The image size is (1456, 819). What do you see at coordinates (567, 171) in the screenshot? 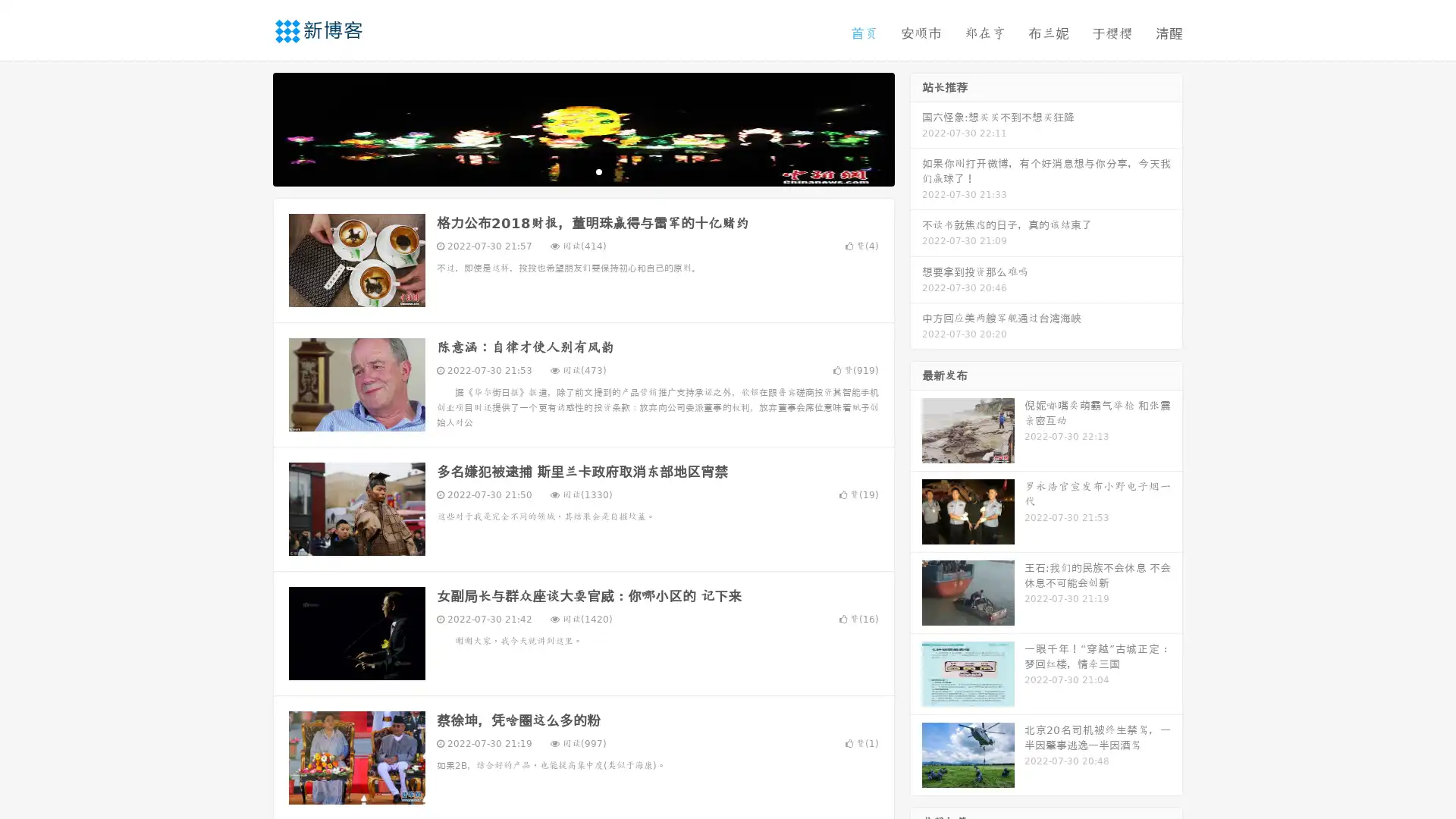
I see `Go to slide 1` at bounding box center [567, 171].